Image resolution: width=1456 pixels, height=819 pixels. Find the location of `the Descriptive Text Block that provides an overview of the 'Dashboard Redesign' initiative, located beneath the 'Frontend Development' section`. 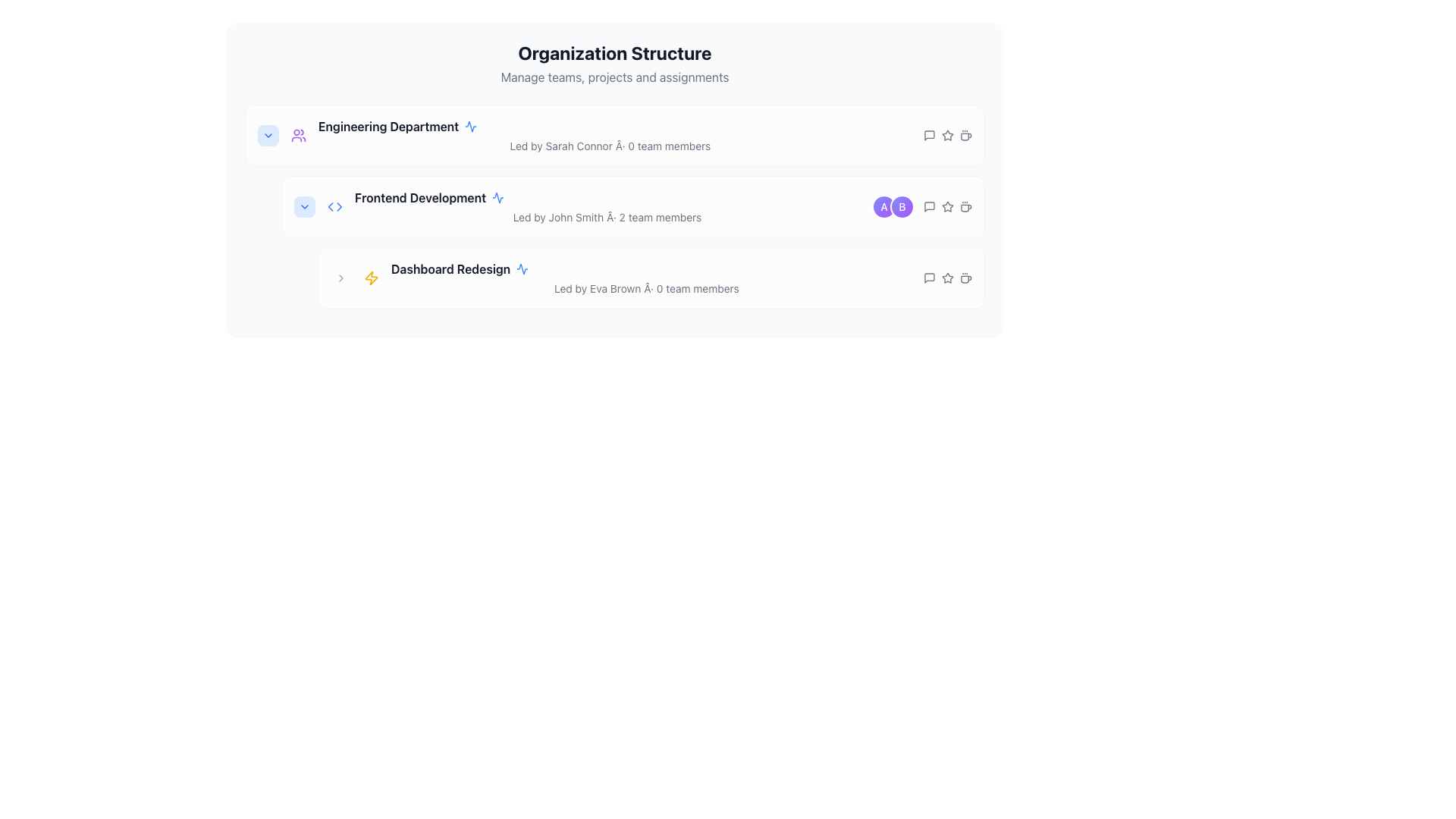

the Descriptive Text Block that provides an overview of the 'Dashboard Redesign' initiative, located beneath the 'Frontend Development' section is located at coordinates (647, 278).